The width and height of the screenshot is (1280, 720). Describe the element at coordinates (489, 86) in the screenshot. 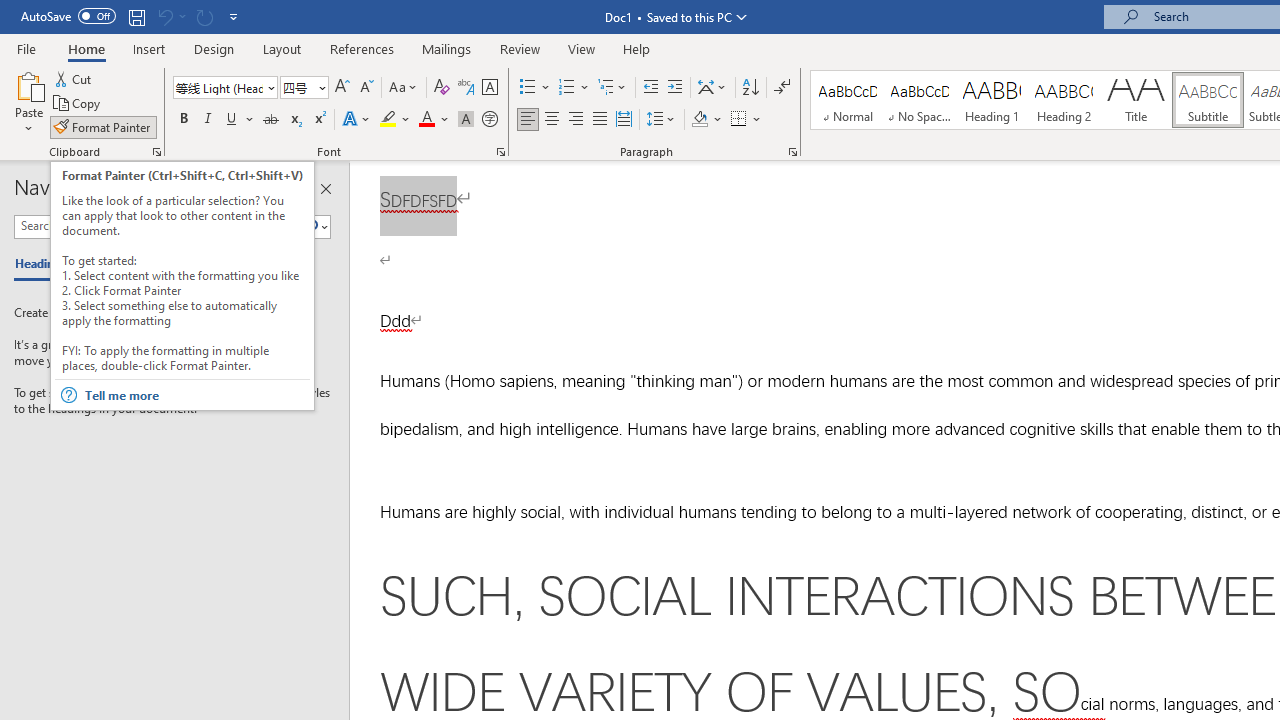

I see `'Character Border'` at that location.